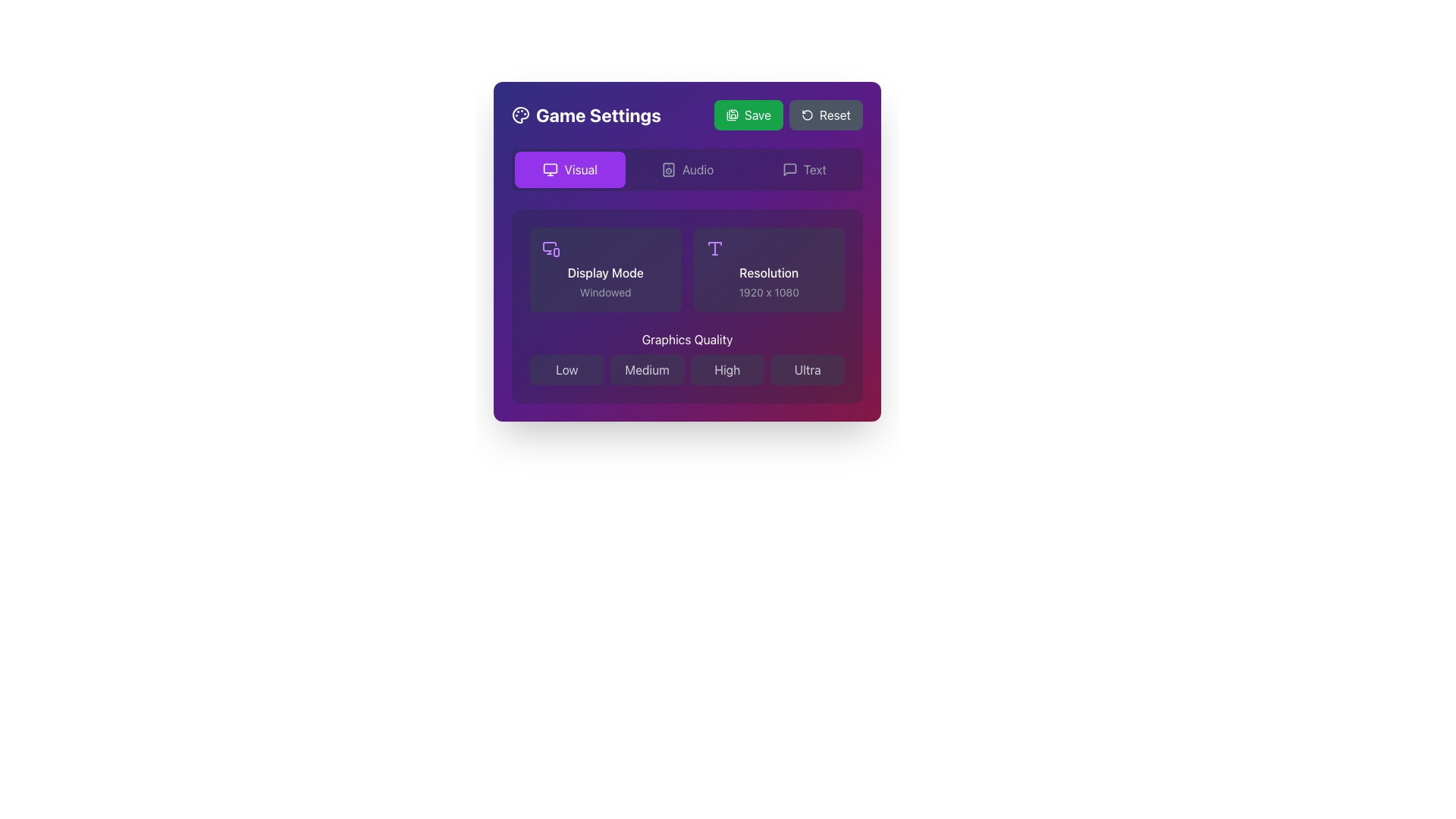 This screenshot has height=819, width=1456. Describe the element at coordinates (732, 114) in the screenshot. I see `the save icon located at the beginning of the 'Save' button, which is visually represented by a green button` at that location.